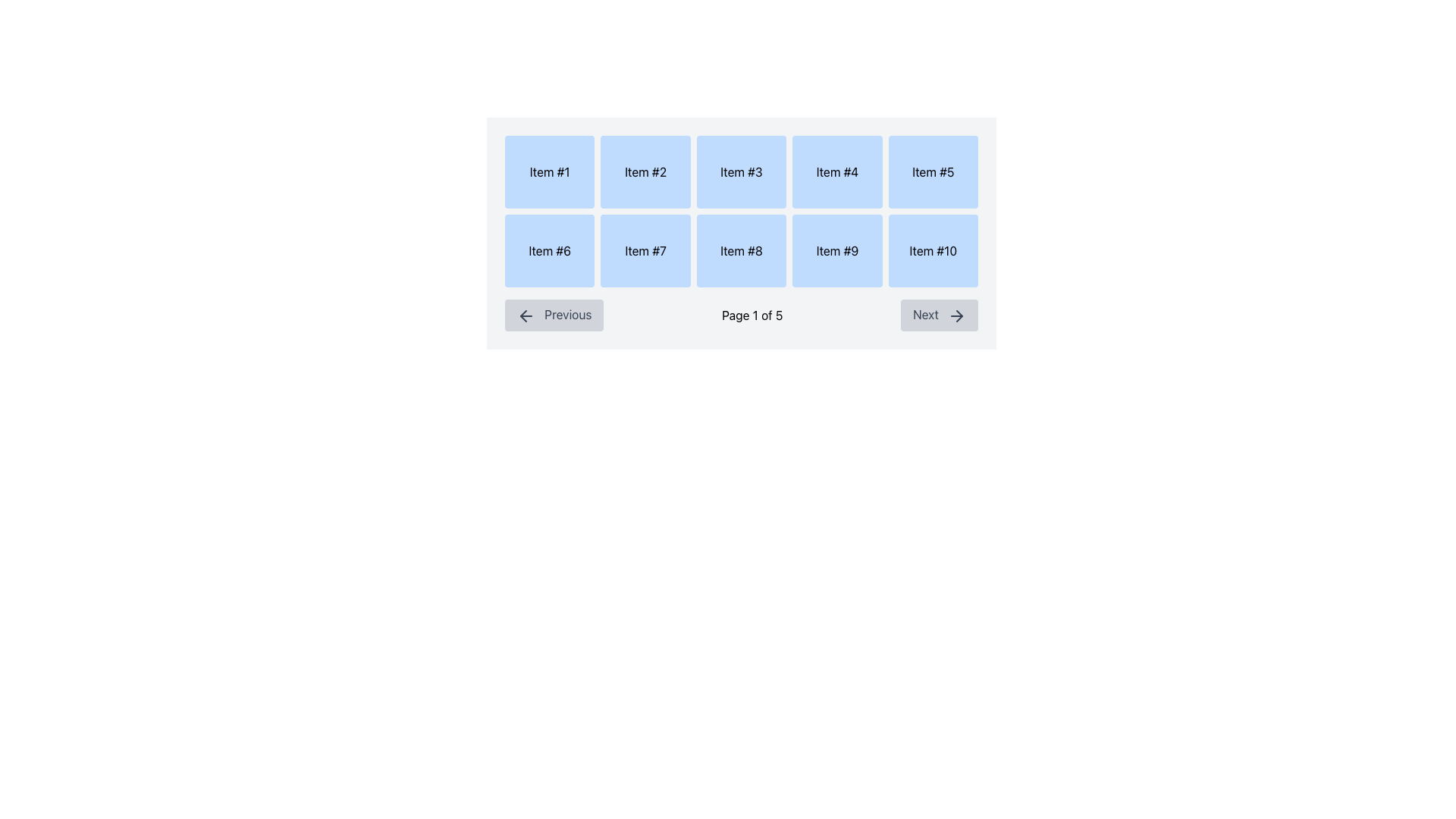 This screenshot has height=819, width=1456. I want to click on the button-like grid item located in the second row and second column of the grid, so click(645, 250).